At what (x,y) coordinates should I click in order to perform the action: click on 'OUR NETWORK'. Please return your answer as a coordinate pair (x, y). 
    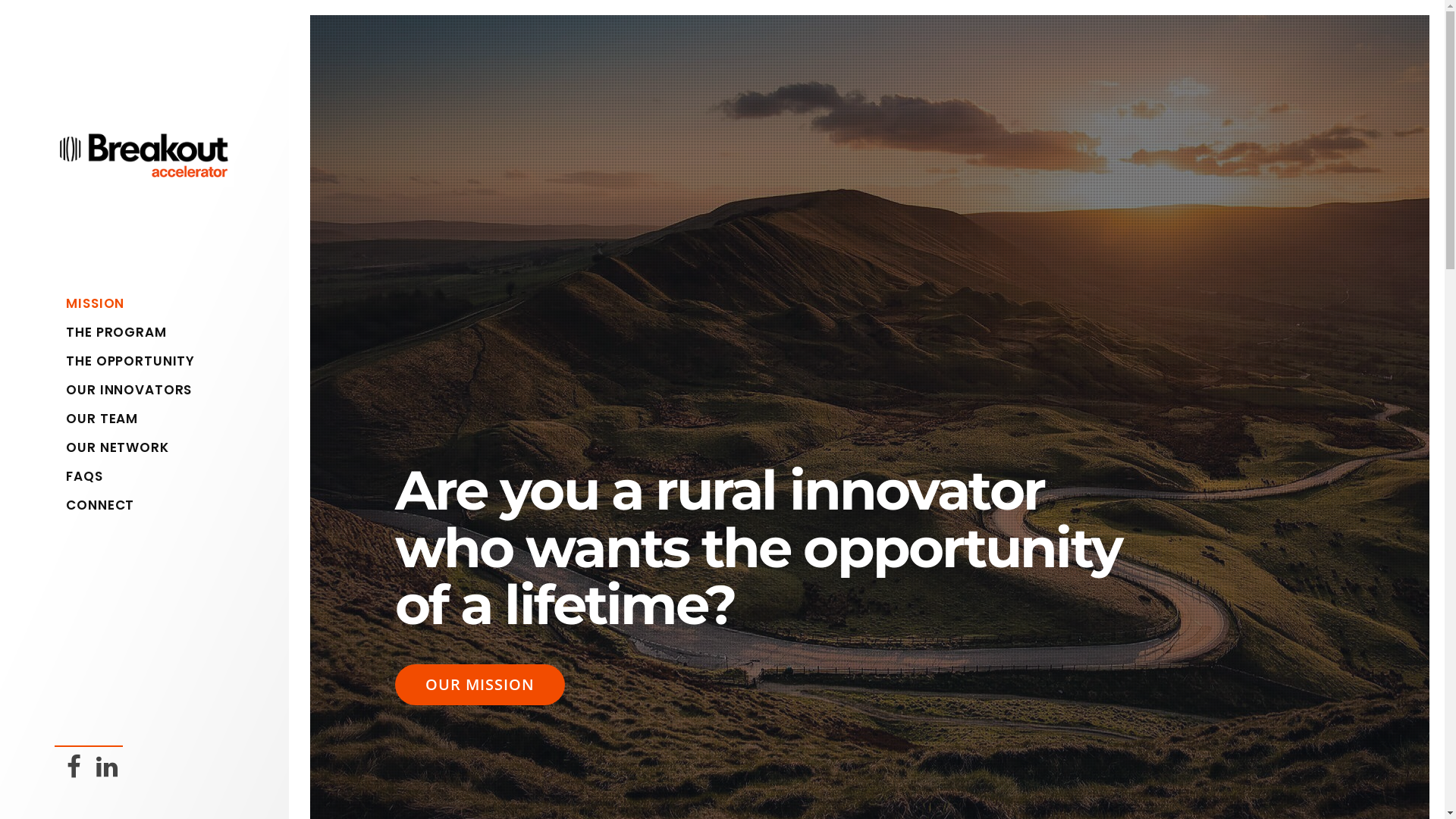
    Looking at the image, I should click on (64, 447).